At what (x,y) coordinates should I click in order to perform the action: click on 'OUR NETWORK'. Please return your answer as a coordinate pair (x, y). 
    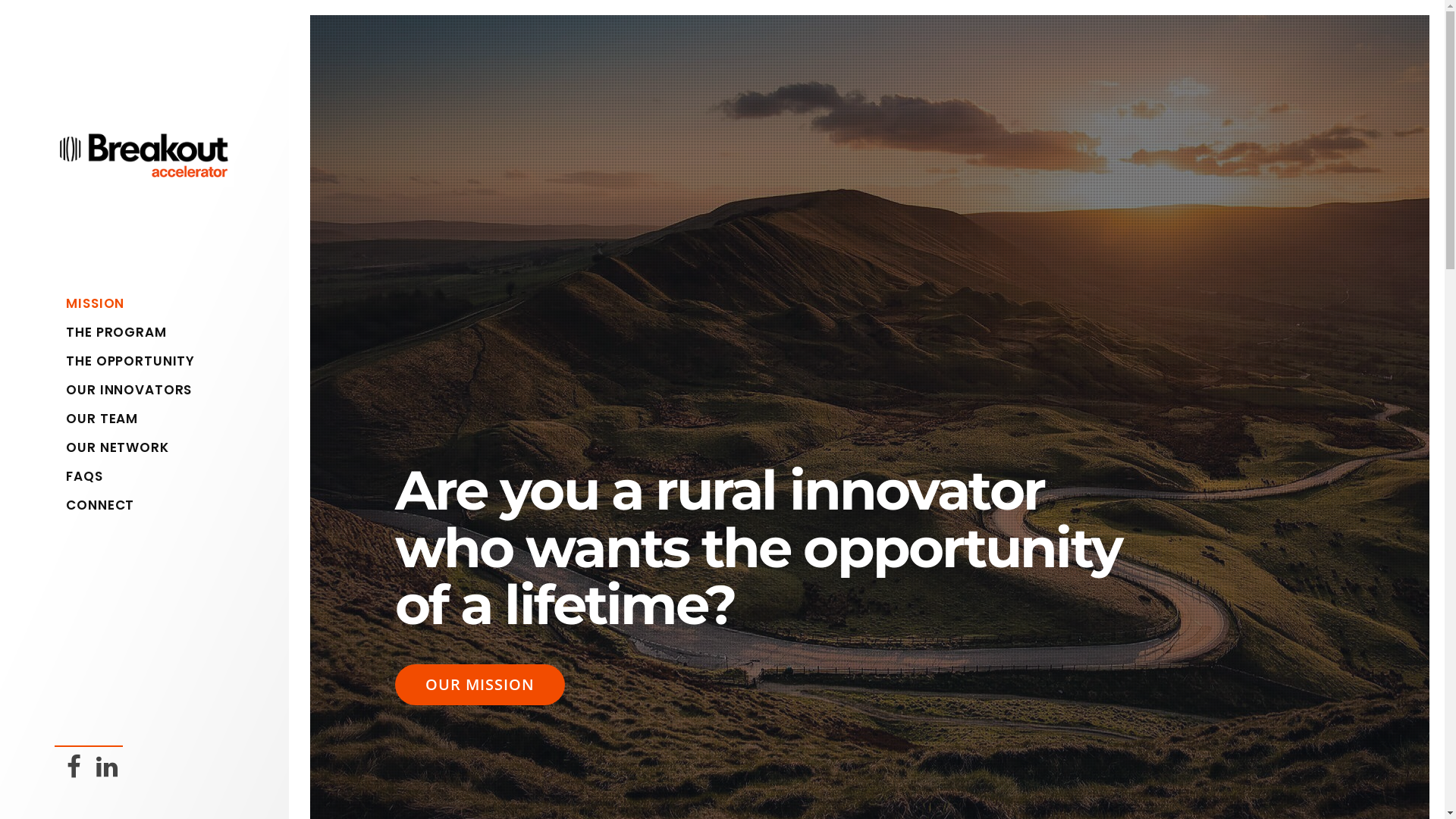
    Looking at the image, I should click on (64, 447).